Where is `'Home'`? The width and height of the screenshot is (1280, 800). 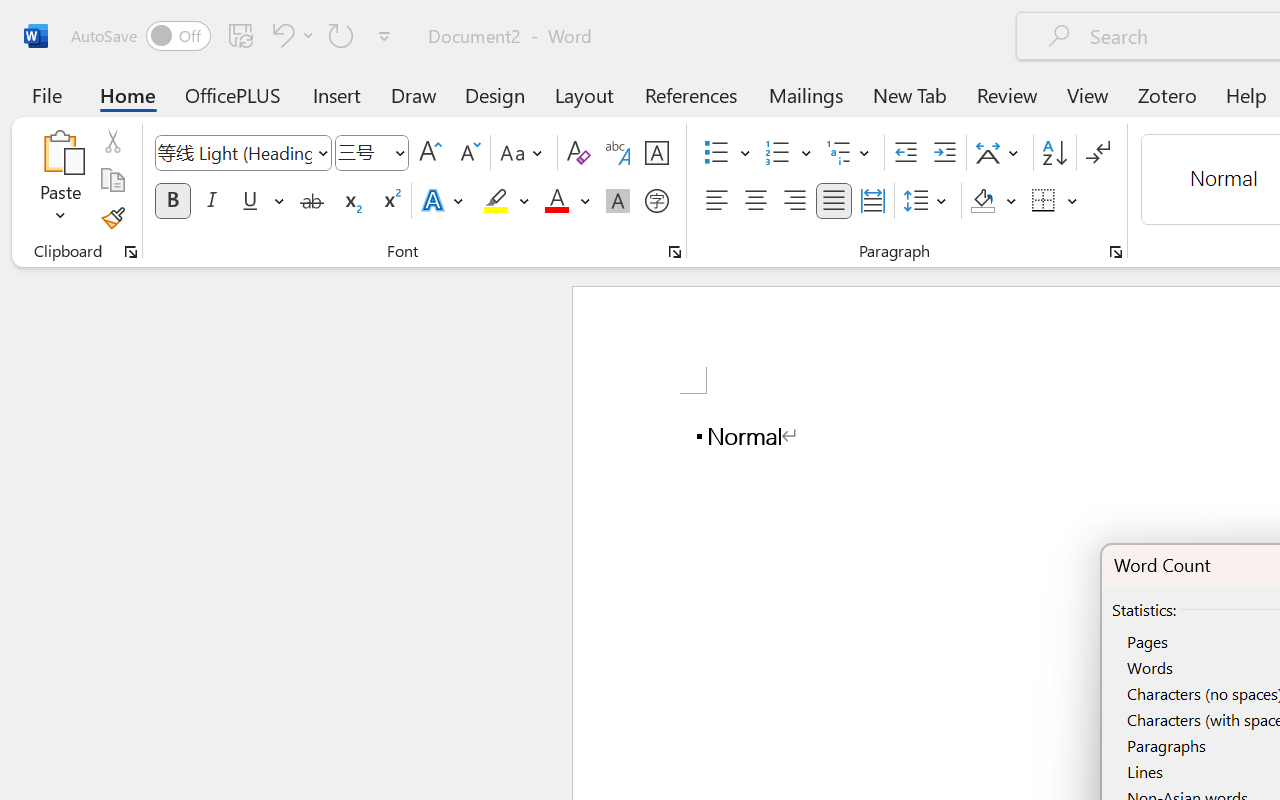 'Home' is located at coordinates (127, 94).